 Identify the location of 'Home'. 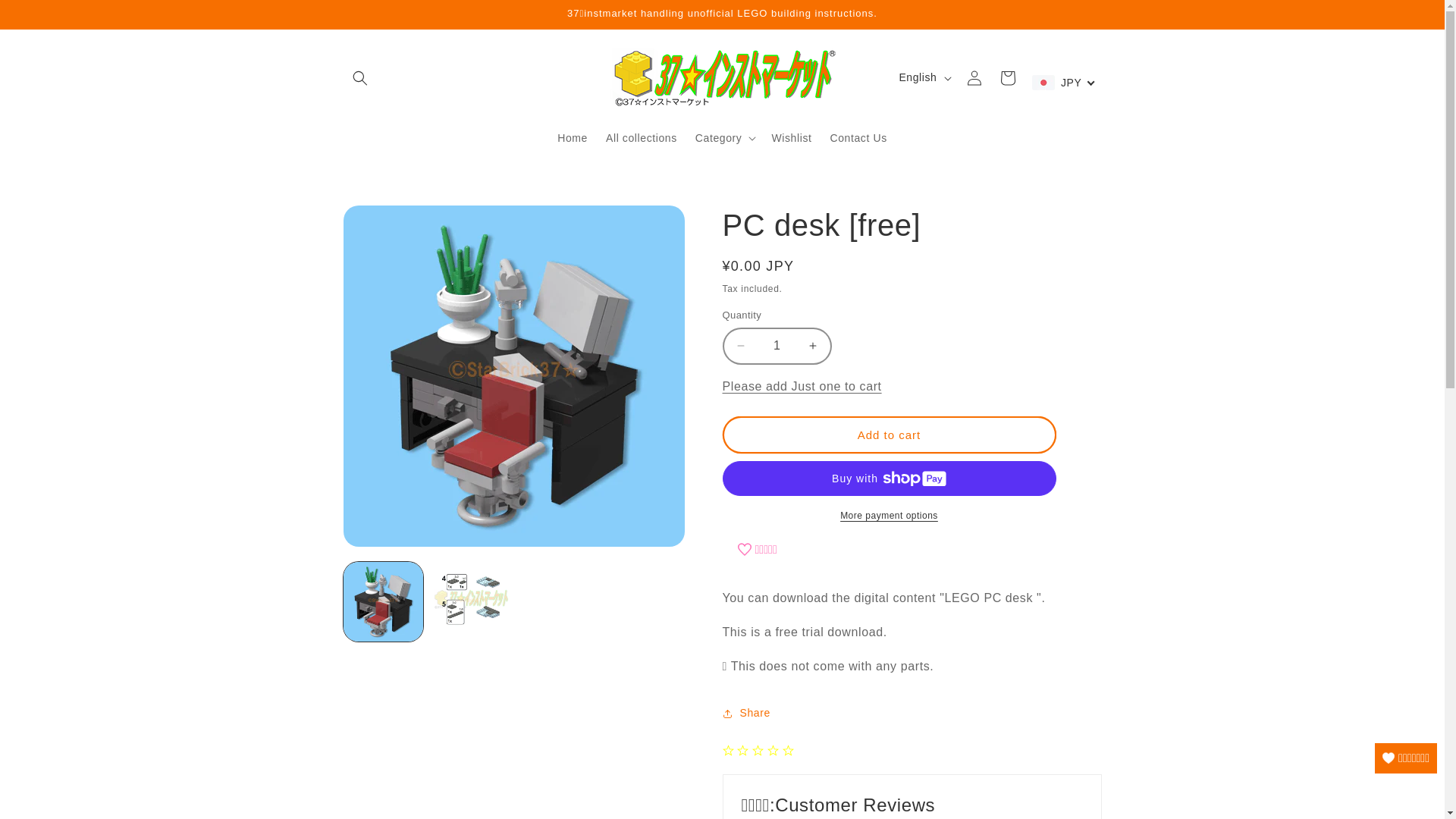
(571, 137).